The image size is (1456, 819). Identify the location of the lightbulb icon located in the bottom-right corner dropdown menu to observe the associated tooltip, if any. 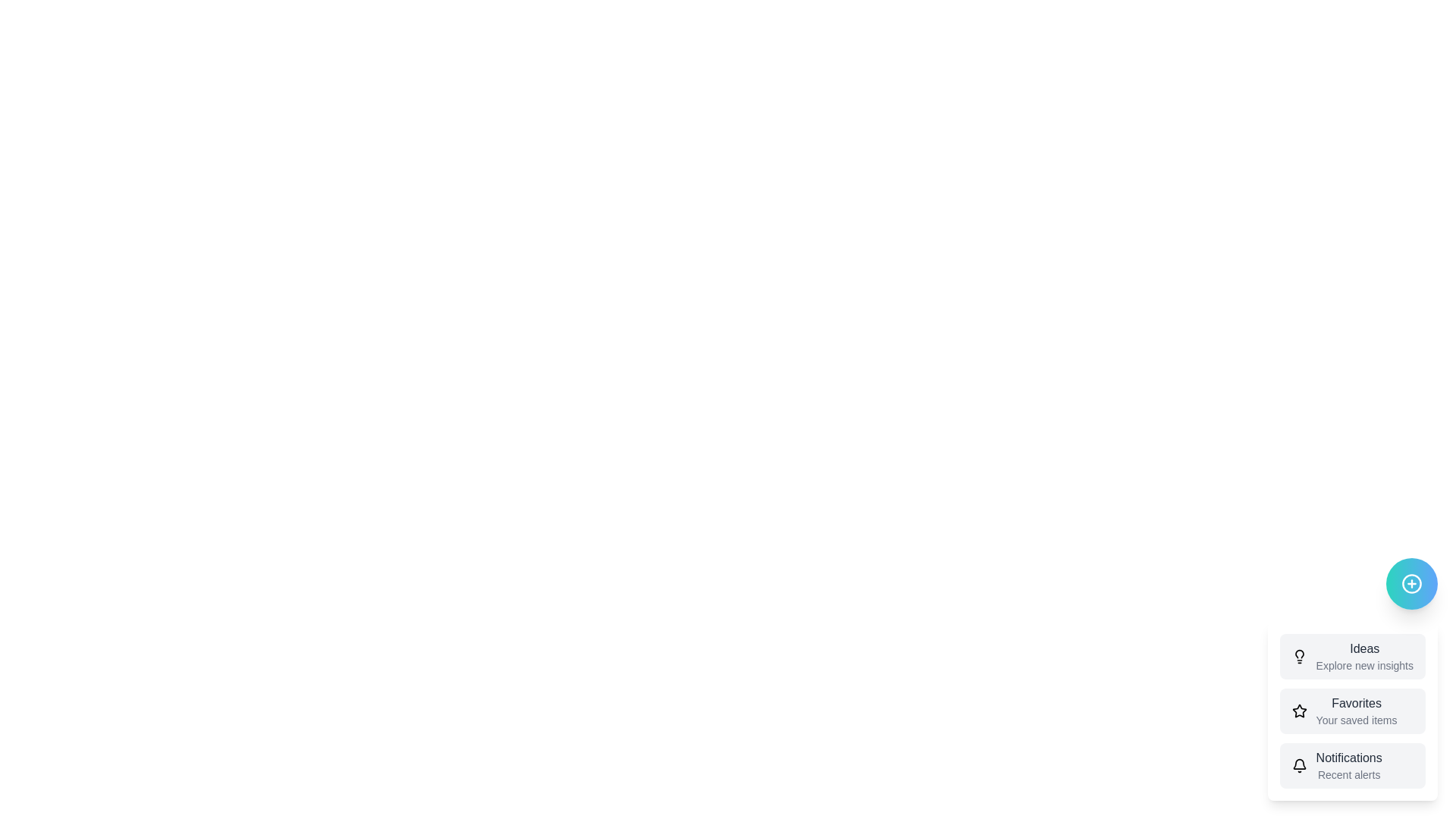
(1298, 653).